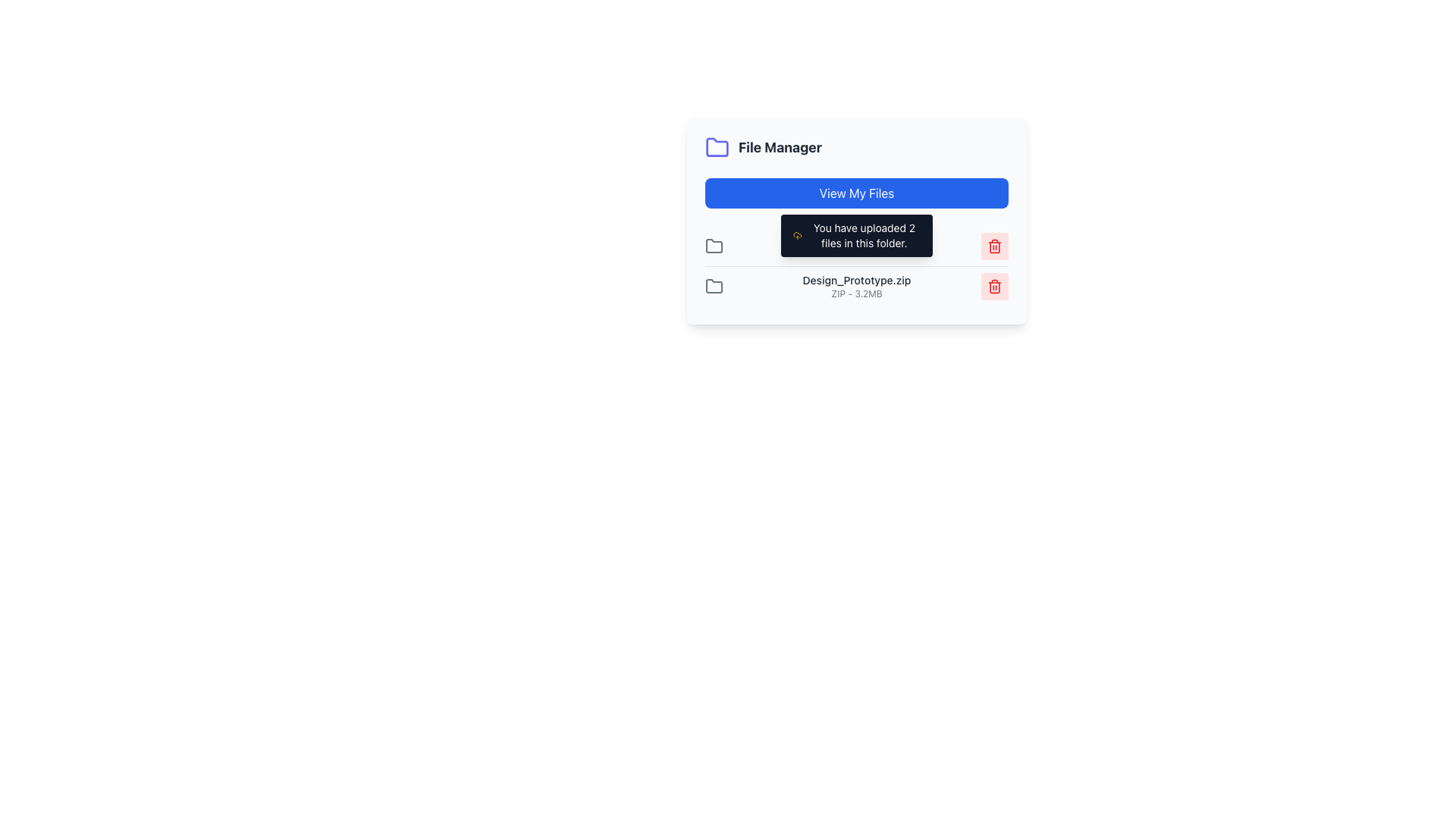 The width and height of the screenshot is (1456, 819). What do you see at coordinates (856, 236) in the screenshot?
I see `the Notification text with an accompanying icon that informs the user of their recent action regarding the upload of two files, located below the 'View My Files' button` at bounding box center [856, 236].